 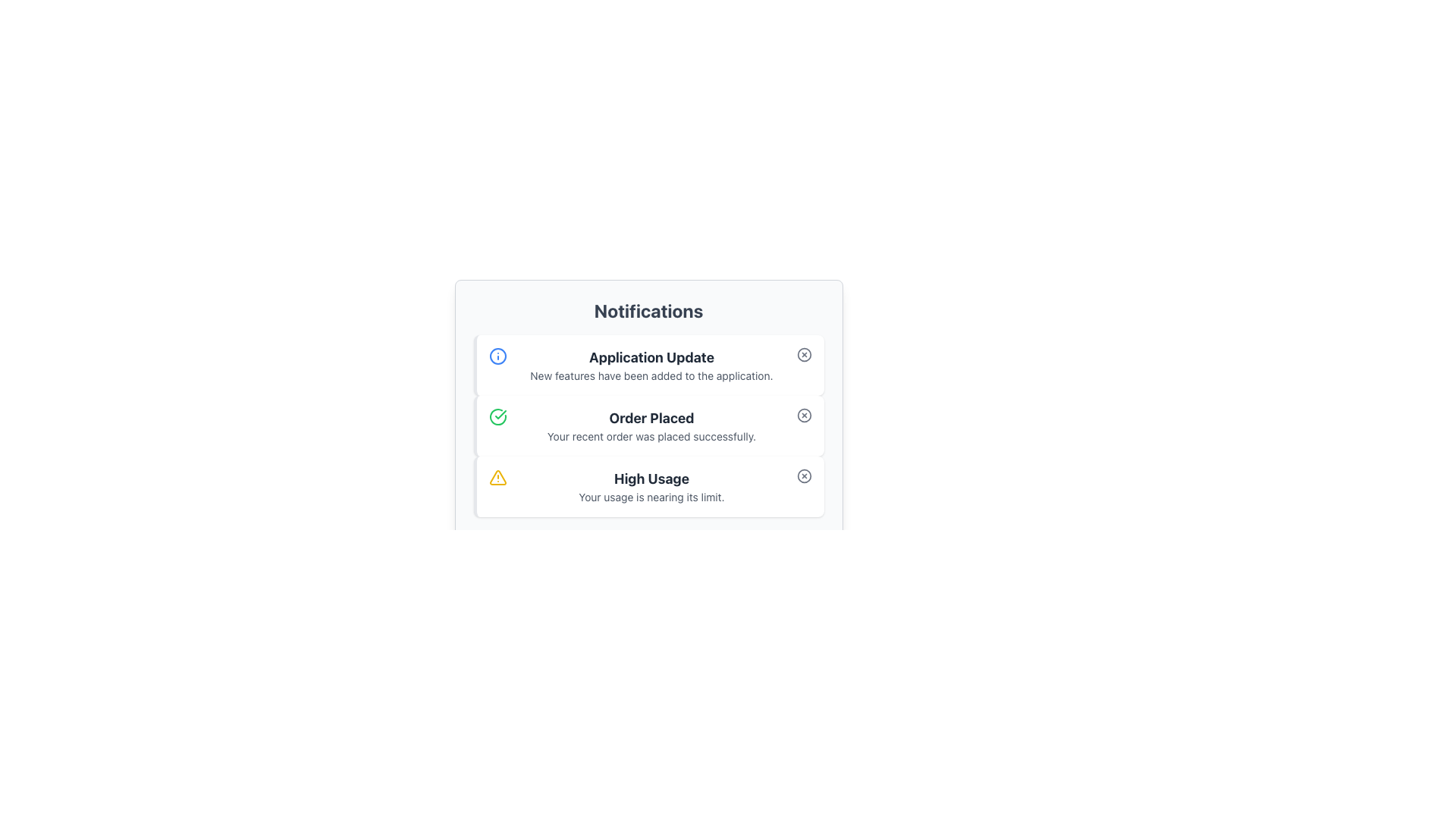 I want to click on the triangle icon that signifies an alert for the 'High Usage' notification, which is positioned within the third notification item, so click(x=497, y=476).